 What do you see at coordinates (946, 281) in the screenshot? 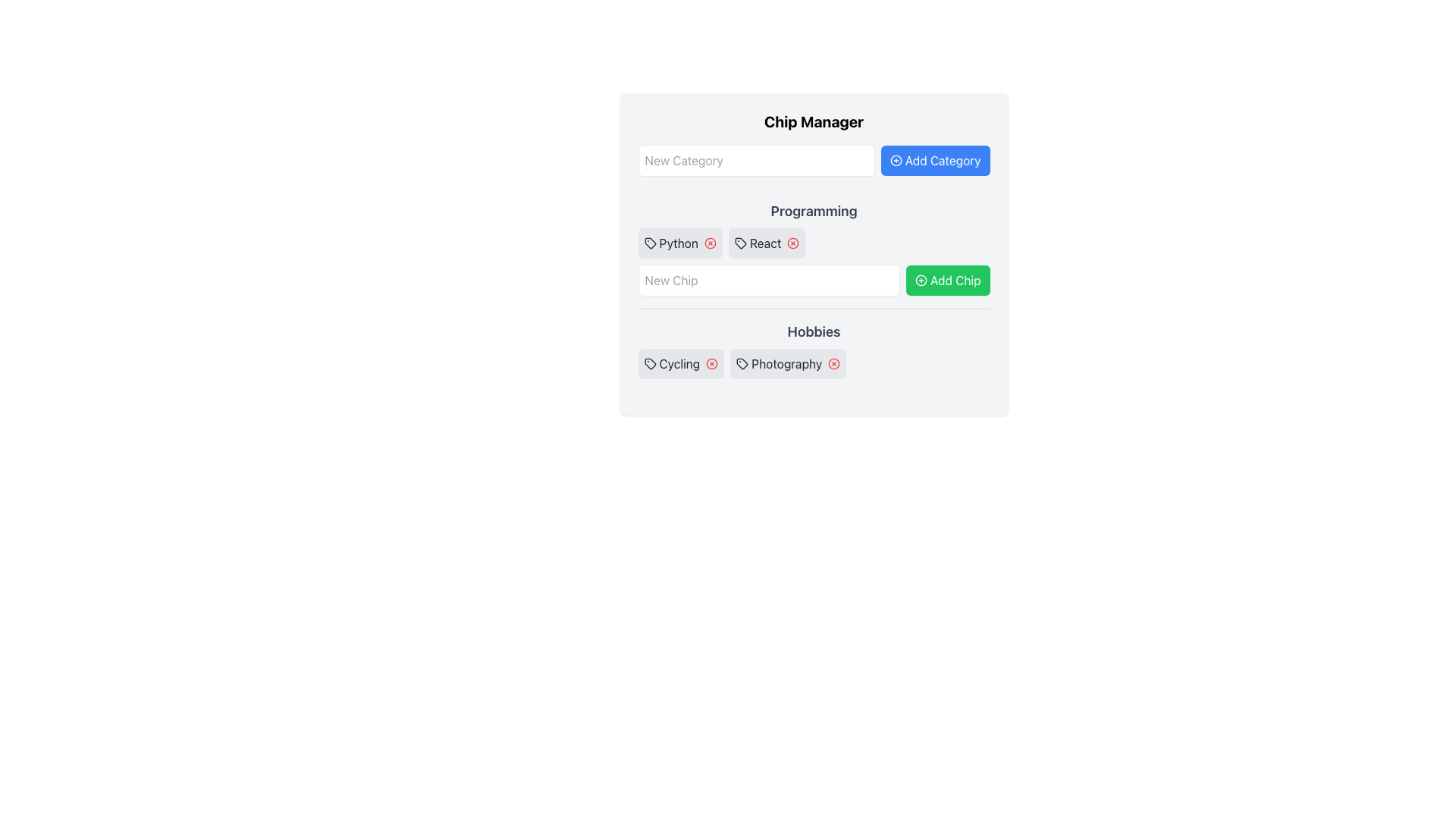
I see `the 'Add Chip' button located in the lower-right corner of the 'New Chip' text input field within the 'Programming' section of the 'Chip Manager' interface` at bounding box center [946, 281].